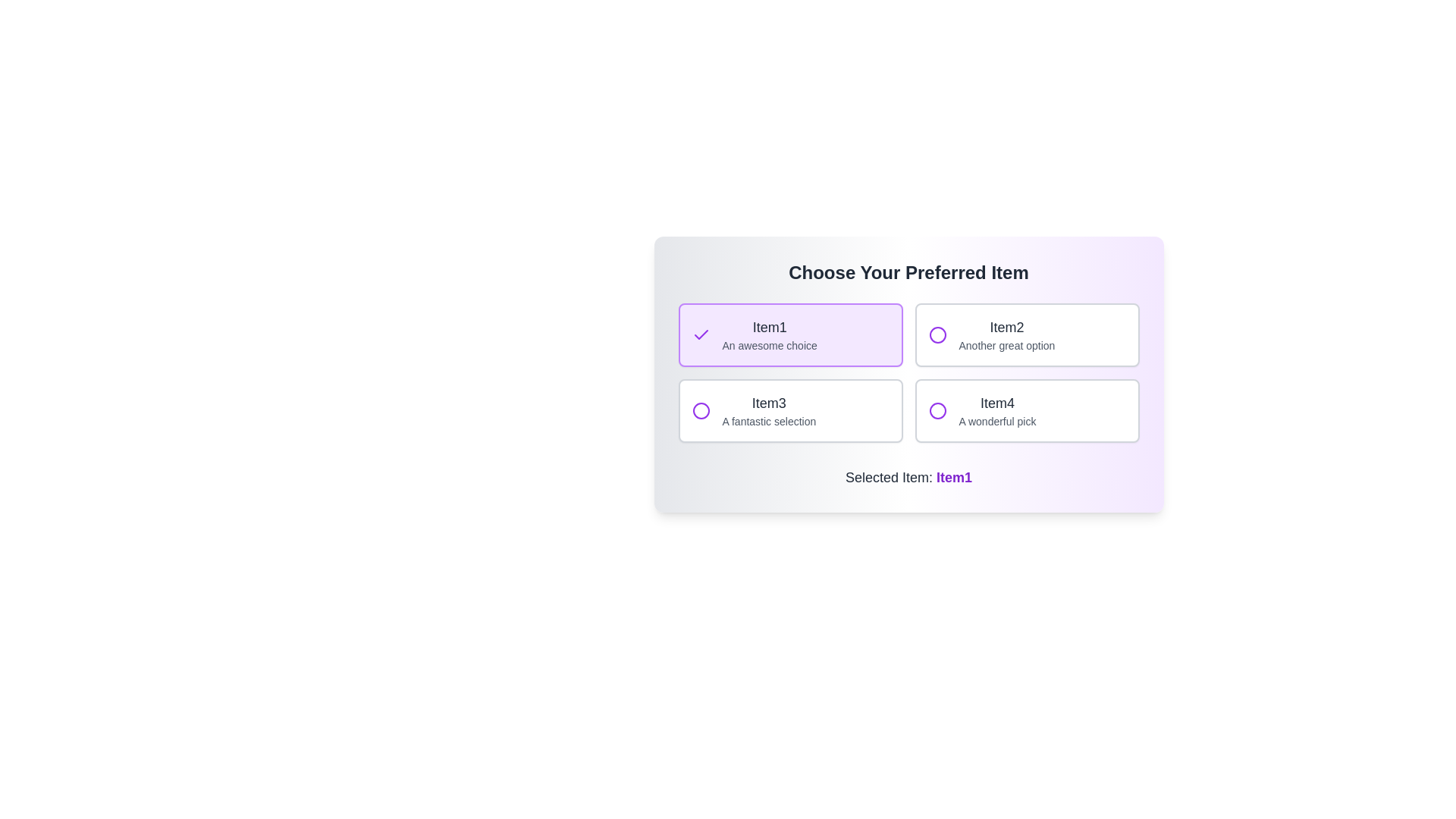  I want to click on the circular icon with a hollow center located in the upper section of the interface, aligned with the 'Item2: Another great option.', so click(937, 334).